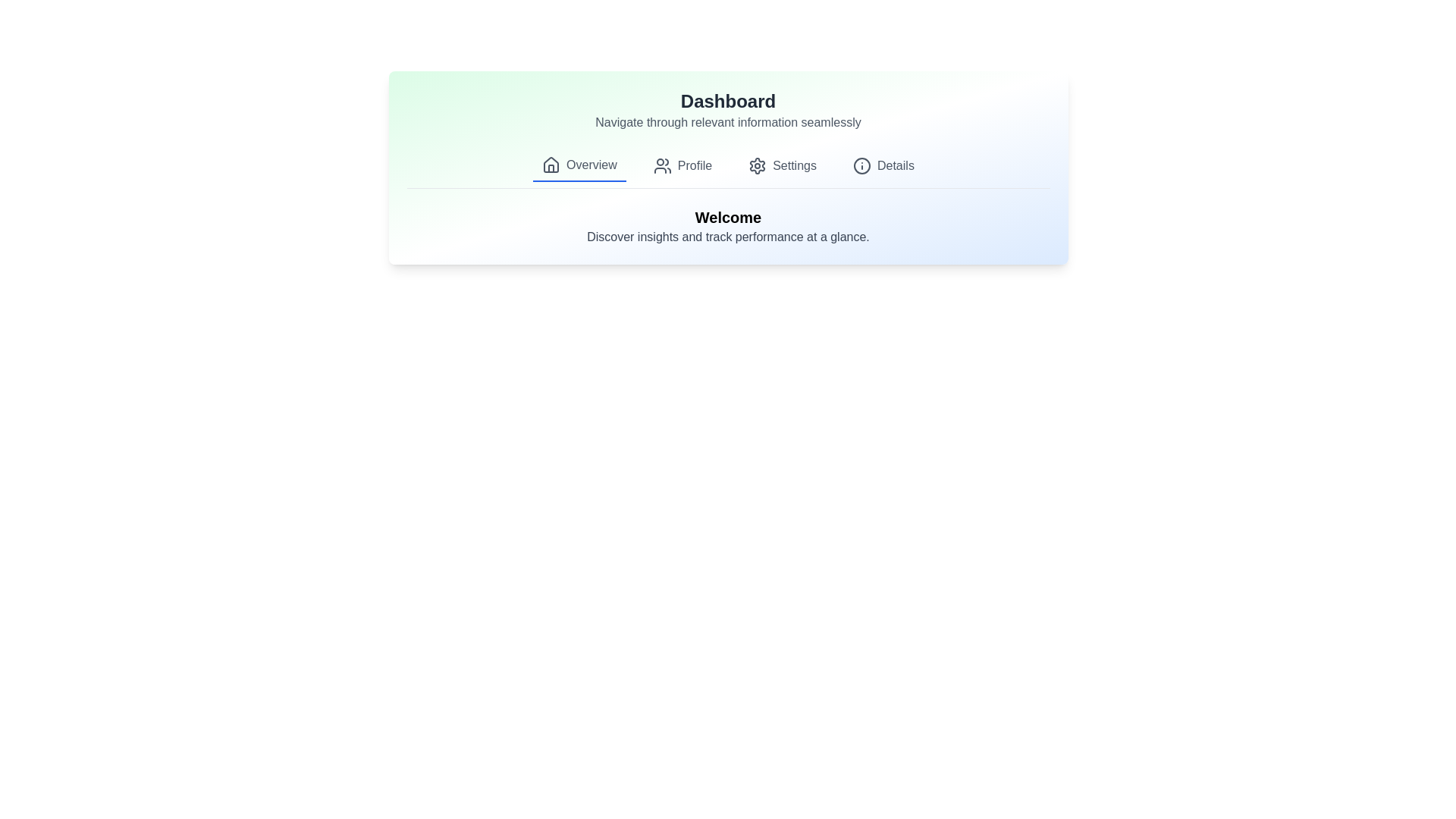 The height and width of the screenshot is (819, 1456). Describe the element at coordinates (682, 166) in the screenshot. I see `the Profile tab, which is the second tab from the left in the horizontal navigation, positioned between 'Overview' and 'Settings'` at that location.